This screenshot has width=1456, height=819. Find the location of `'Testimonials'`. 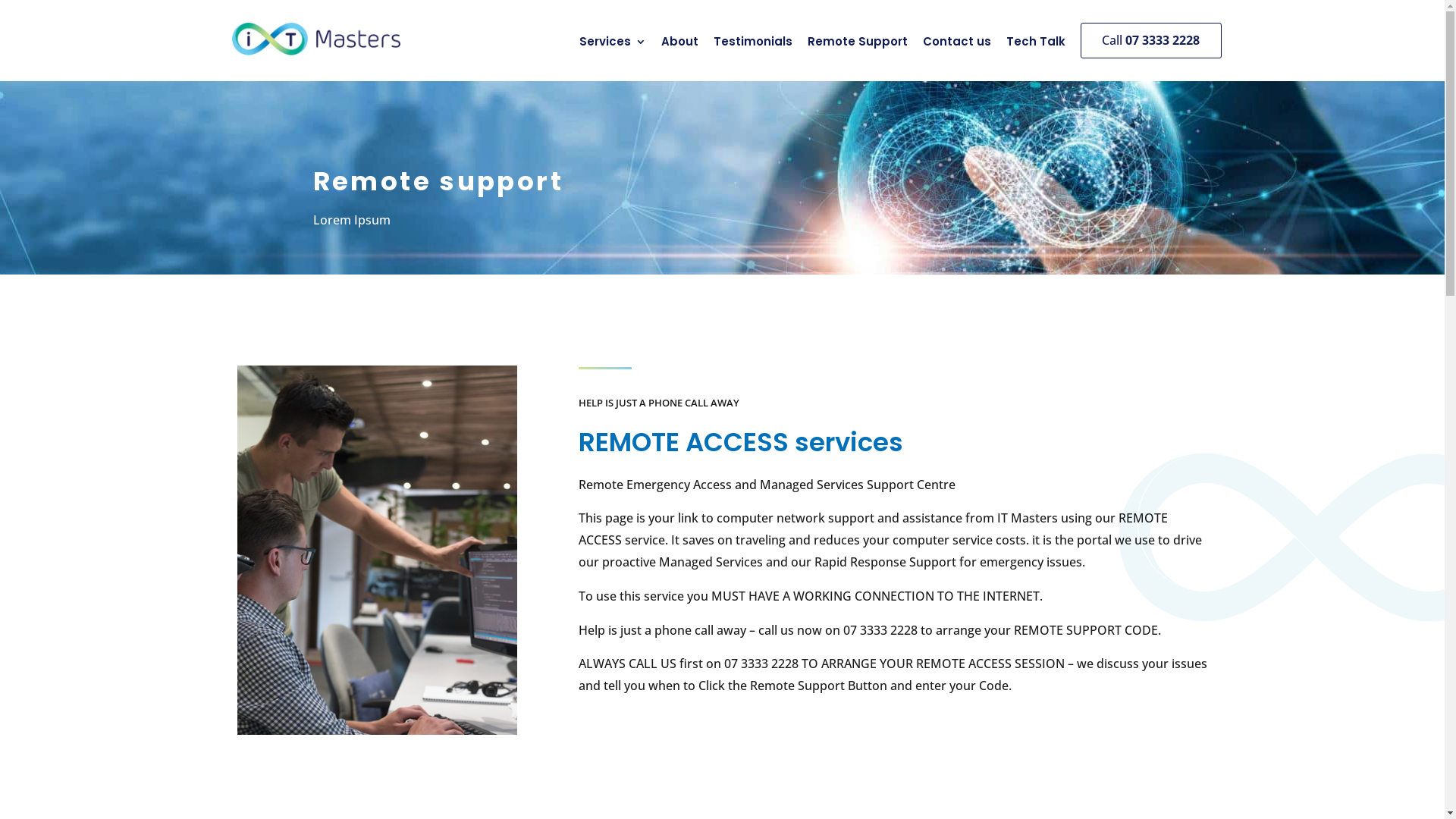

'Testimonials' is located at coordinates (747, 43).